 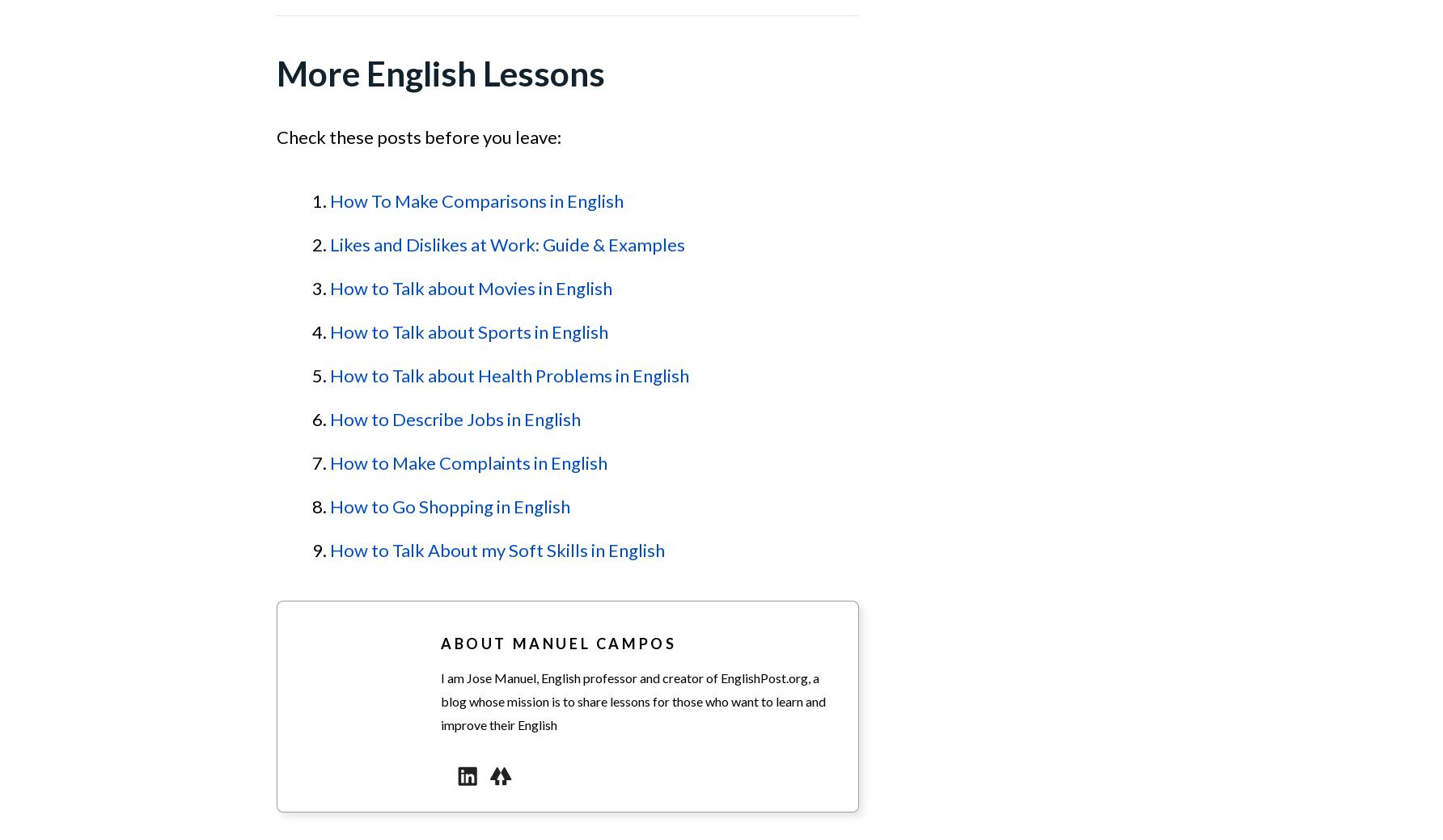 What do you see at coordinates (468, 462) in the screenshot?
I see `'How to Make Complaints in English'` at bounding box center [468, 462].